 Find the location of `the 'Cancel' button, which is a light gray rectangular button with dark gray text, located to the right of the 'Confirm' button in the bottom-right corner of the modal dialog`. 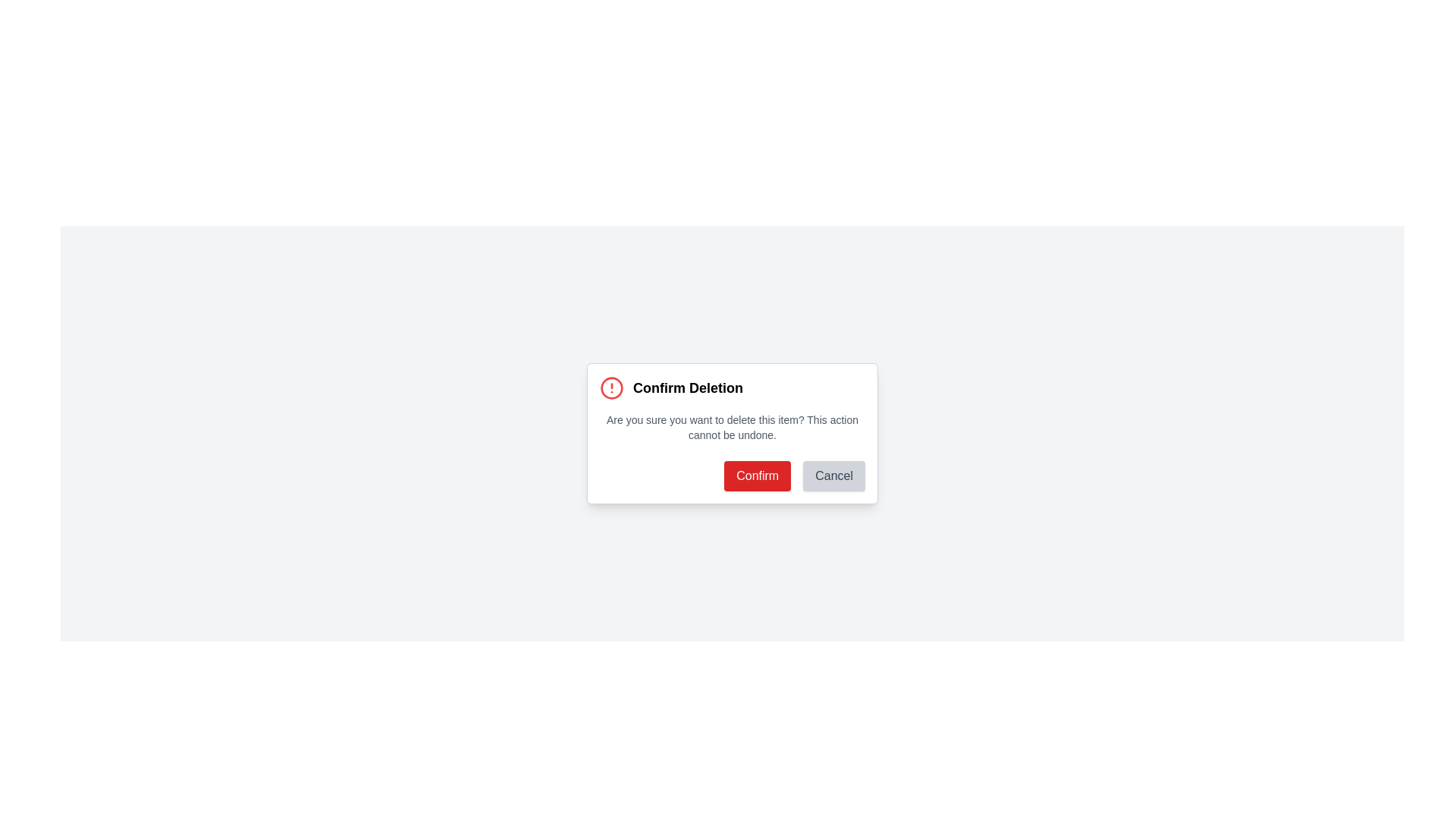

the 'Cancel' button, which is a light gray rectangular button with dark gray text, located to the right of the 'Confirm' button in the bottom-right corner of the modal dialog is located at coordinates (833, 475).